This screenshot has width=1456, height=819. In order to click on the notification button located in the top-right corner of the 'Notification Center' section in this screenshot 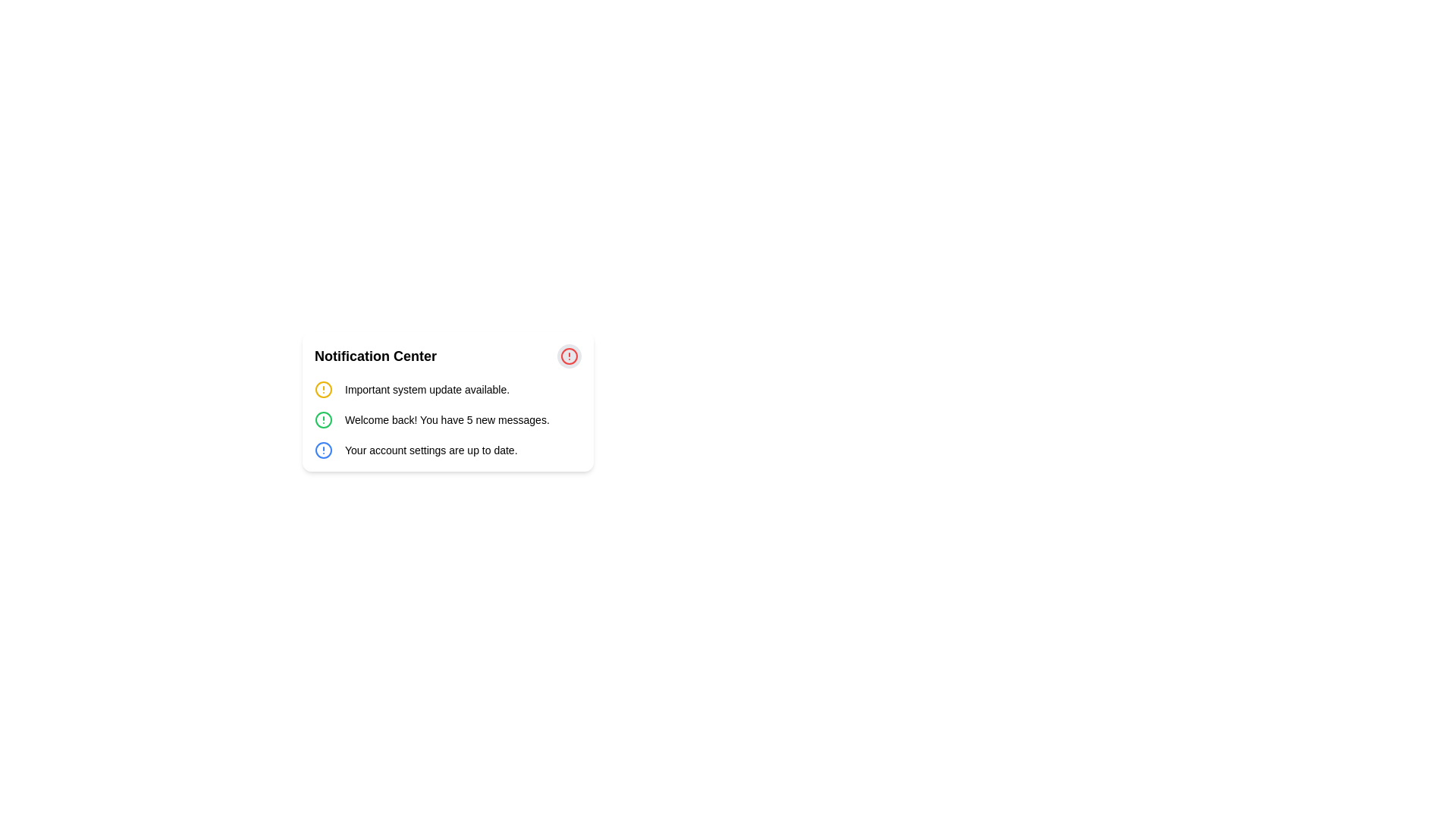, I will do `click(568, 356)`.